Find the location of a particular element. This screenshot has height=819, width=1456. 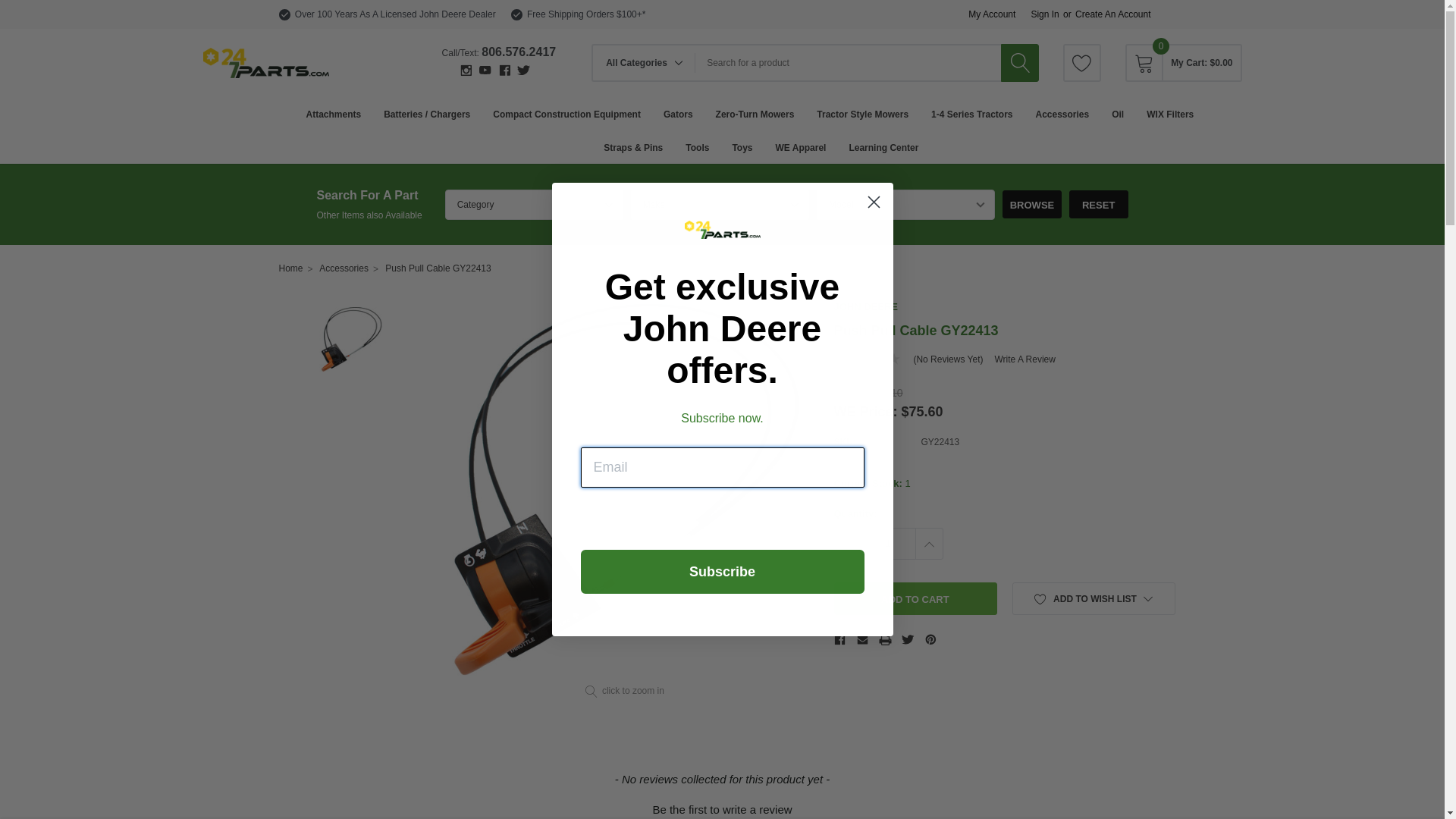

'Accessories' is located at coordinates (343, 268).